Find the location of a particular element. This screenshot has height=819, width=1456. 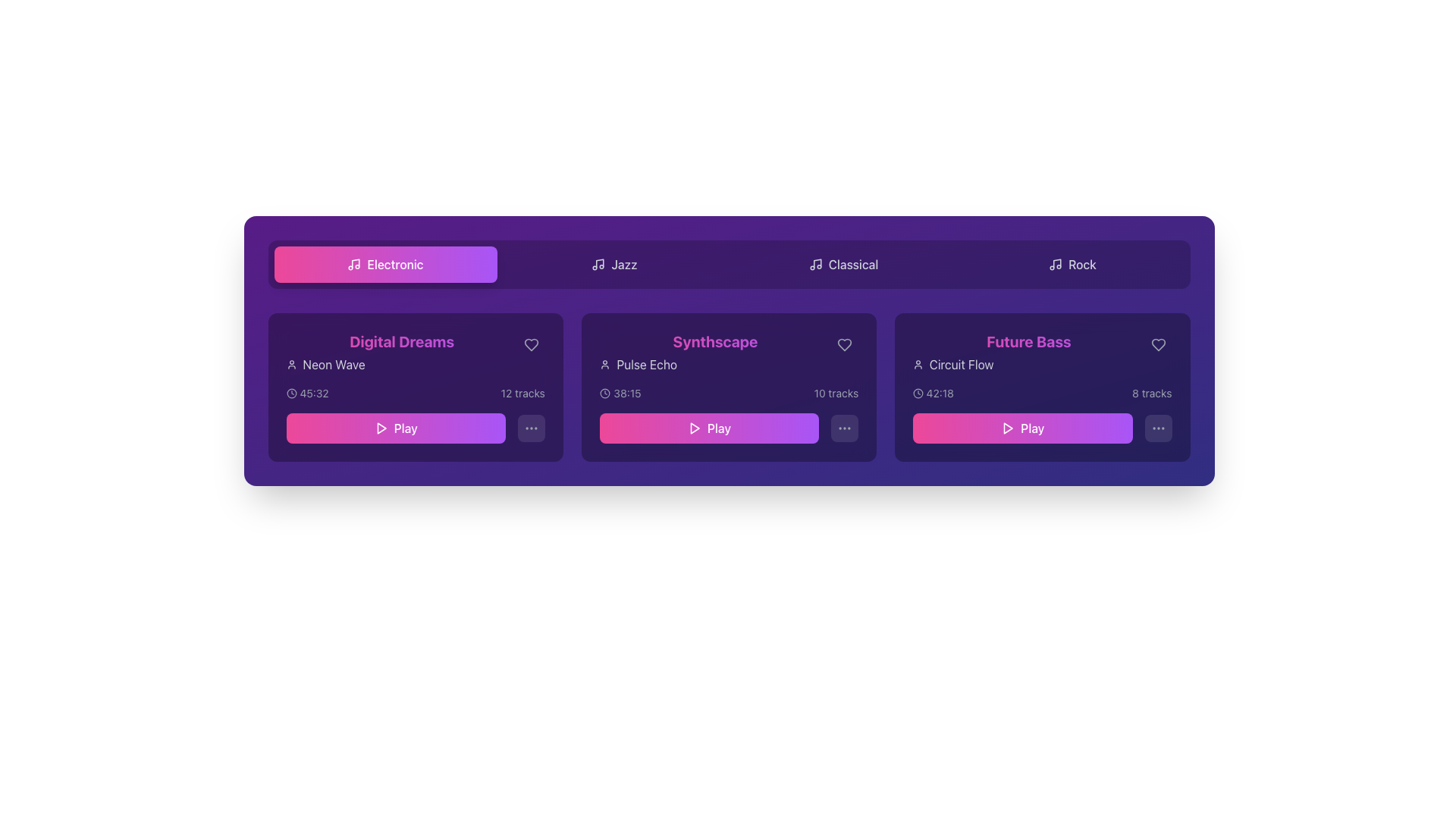

the music genre icon representing 'Electronic', located in the left-most tab with musical note elements, specifically near the bottom of the note's stem is located at coordinates (355, 262).